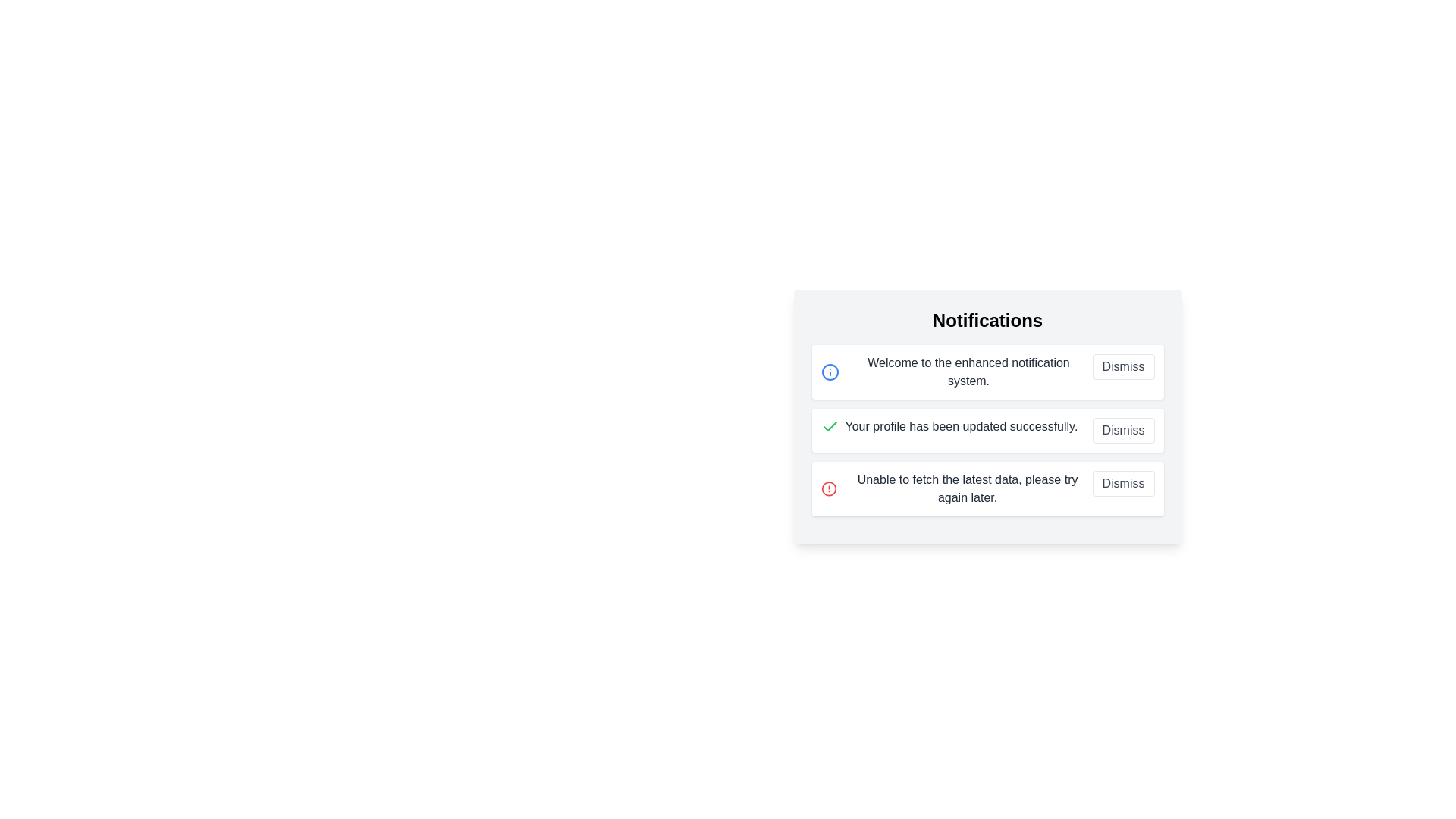 This screenshot has height=819, width=1456. I want to click on the text label displaying 'Welcome to the enhanced notification system' which is located at the top of the notification list, next to a blue informational icon, so click(955, 372).